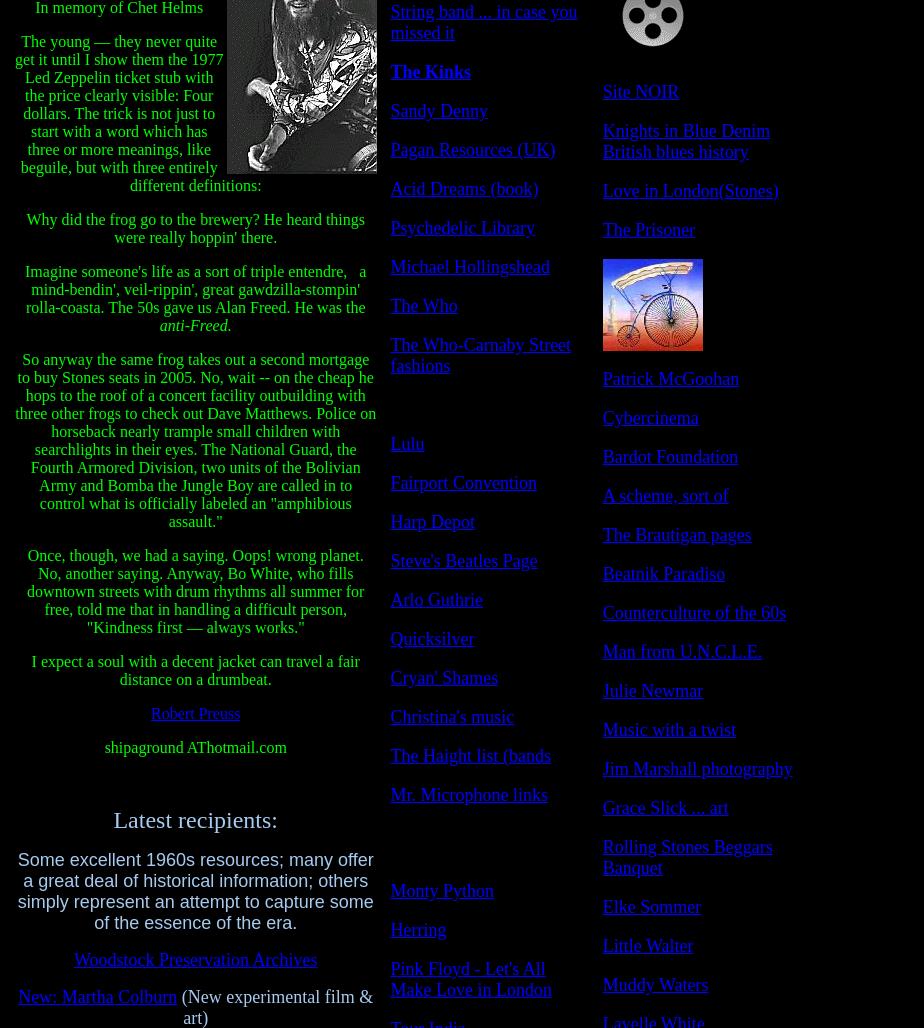  I want to click on 'Monty Python', so click(442, 889).